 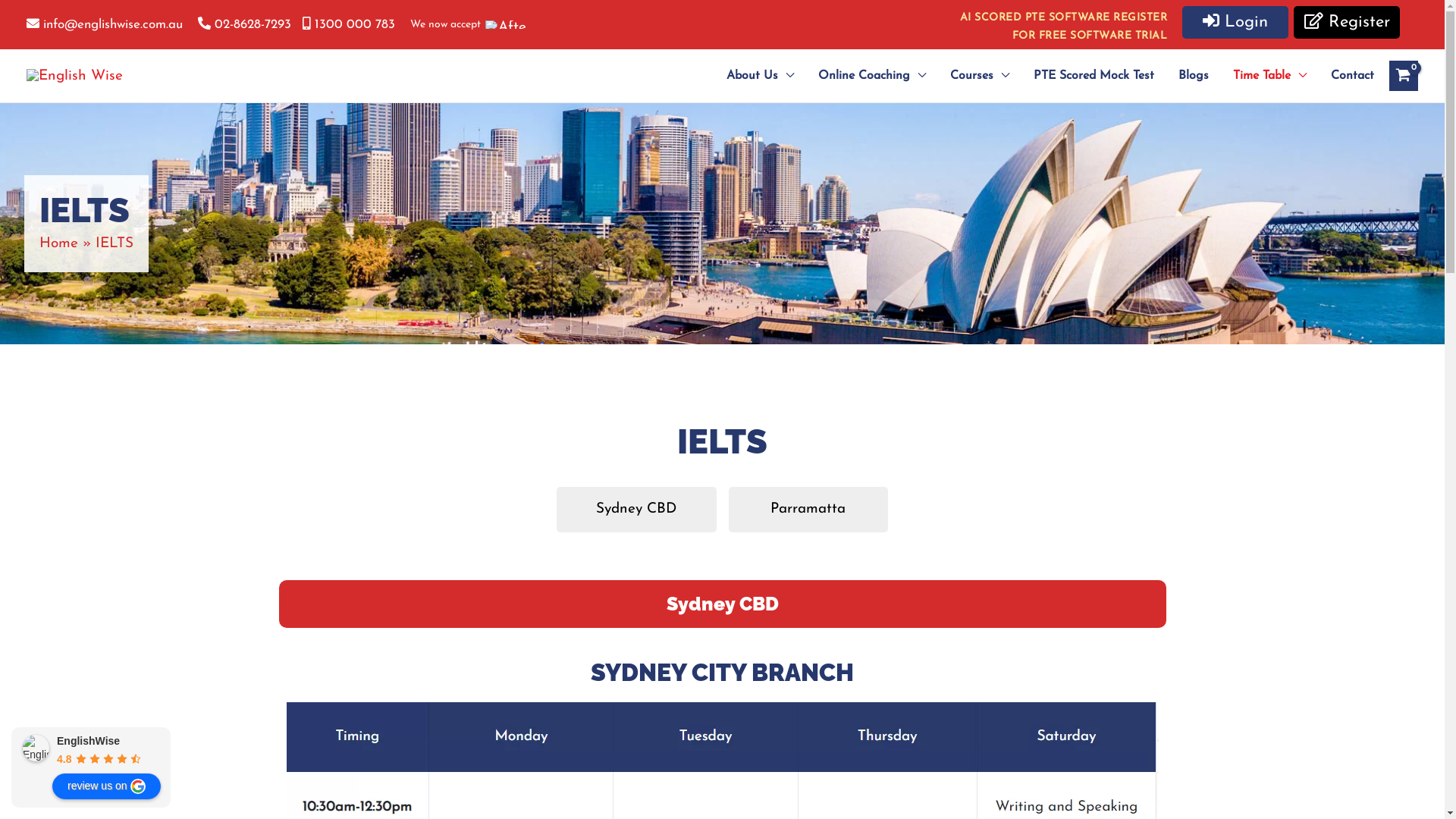 What do you see at coordinates (348, 24) in the screenshot?
I see `'1300 000 783'` at bounding box center [348, 24].